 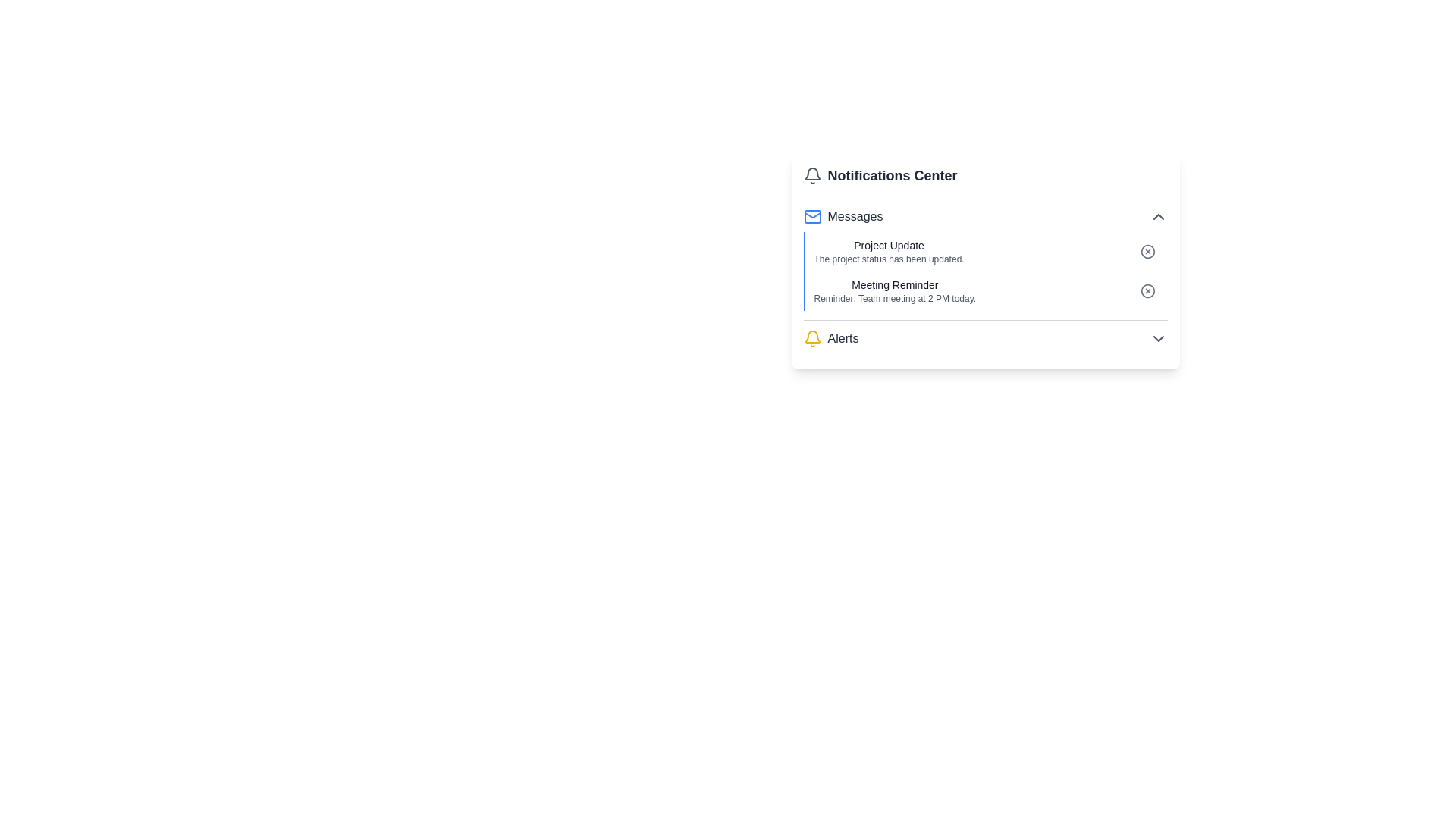 I want to click on the 'Messages' section label in the notification panel, which includes an icon and text, serving as a visual identifier for message-related notifications, so click(x=842, y=216).